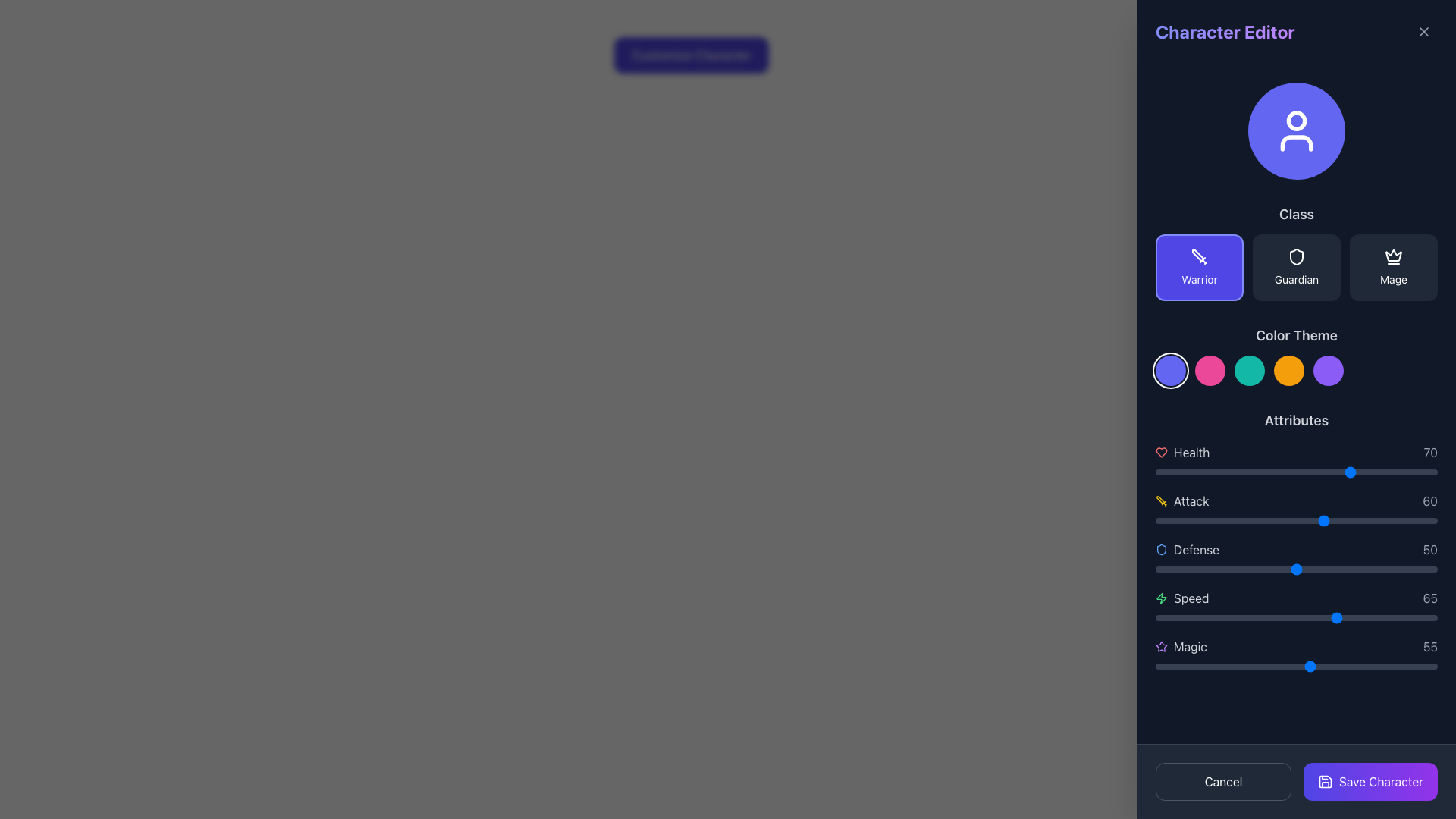  Describe the element at coordinates (1324, 519) in the screenshot. I see `the Attack attribute` at that location.